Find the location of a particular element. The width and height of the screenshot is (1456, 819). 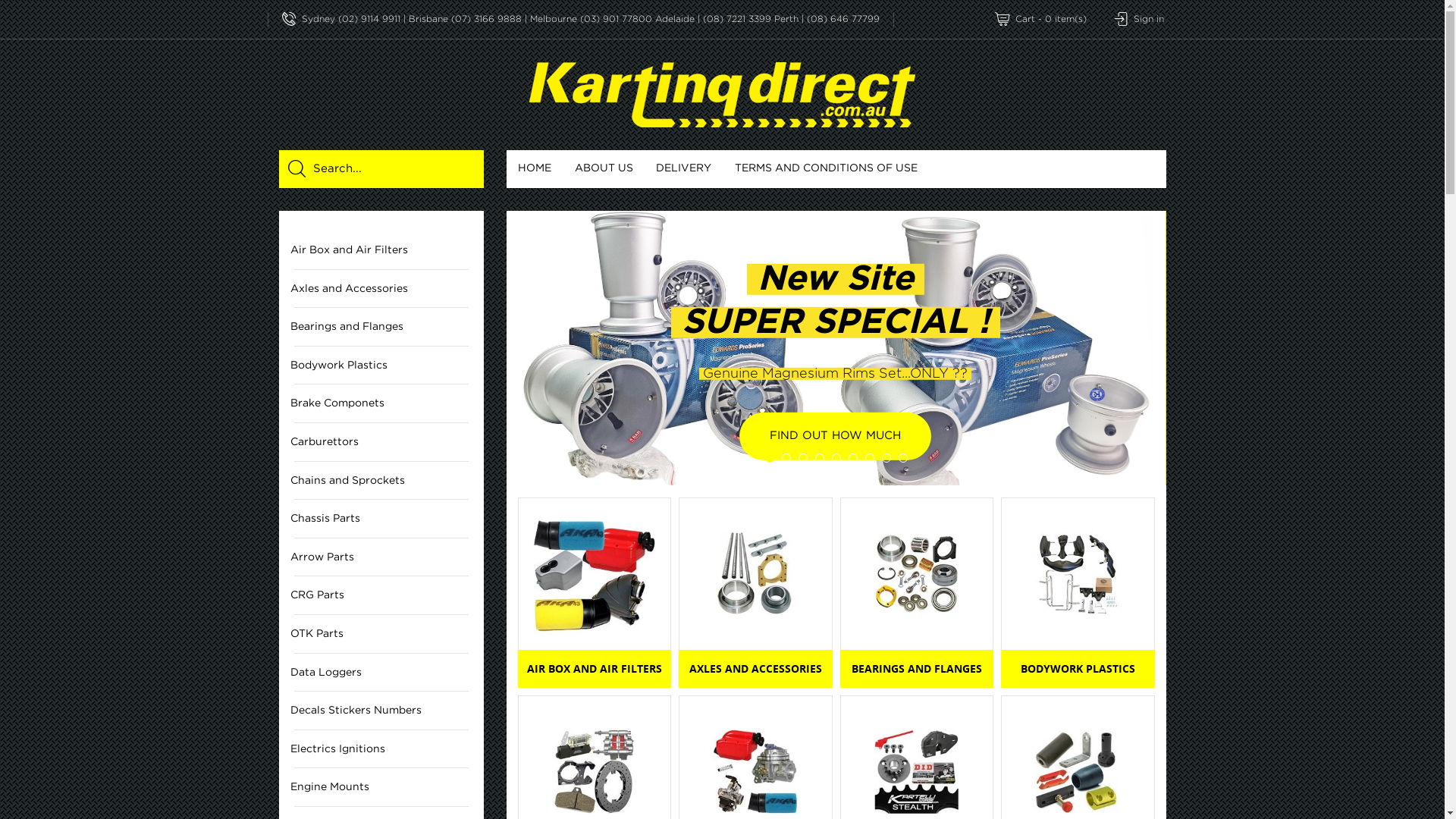

'Chains and Sprockets' is located at coordinates (381, 481).